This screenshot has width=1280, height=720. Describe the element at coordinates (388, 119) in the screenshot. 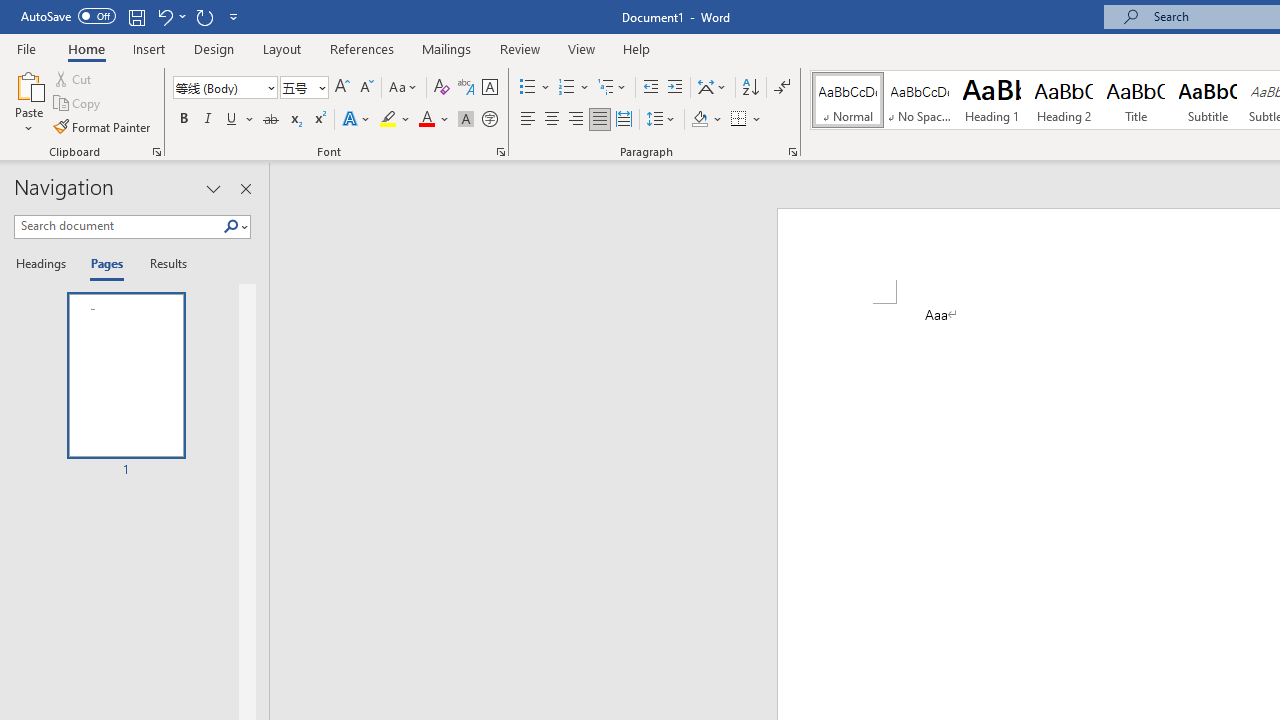

I see `'Text Highlight Color Yellow'` at that location.